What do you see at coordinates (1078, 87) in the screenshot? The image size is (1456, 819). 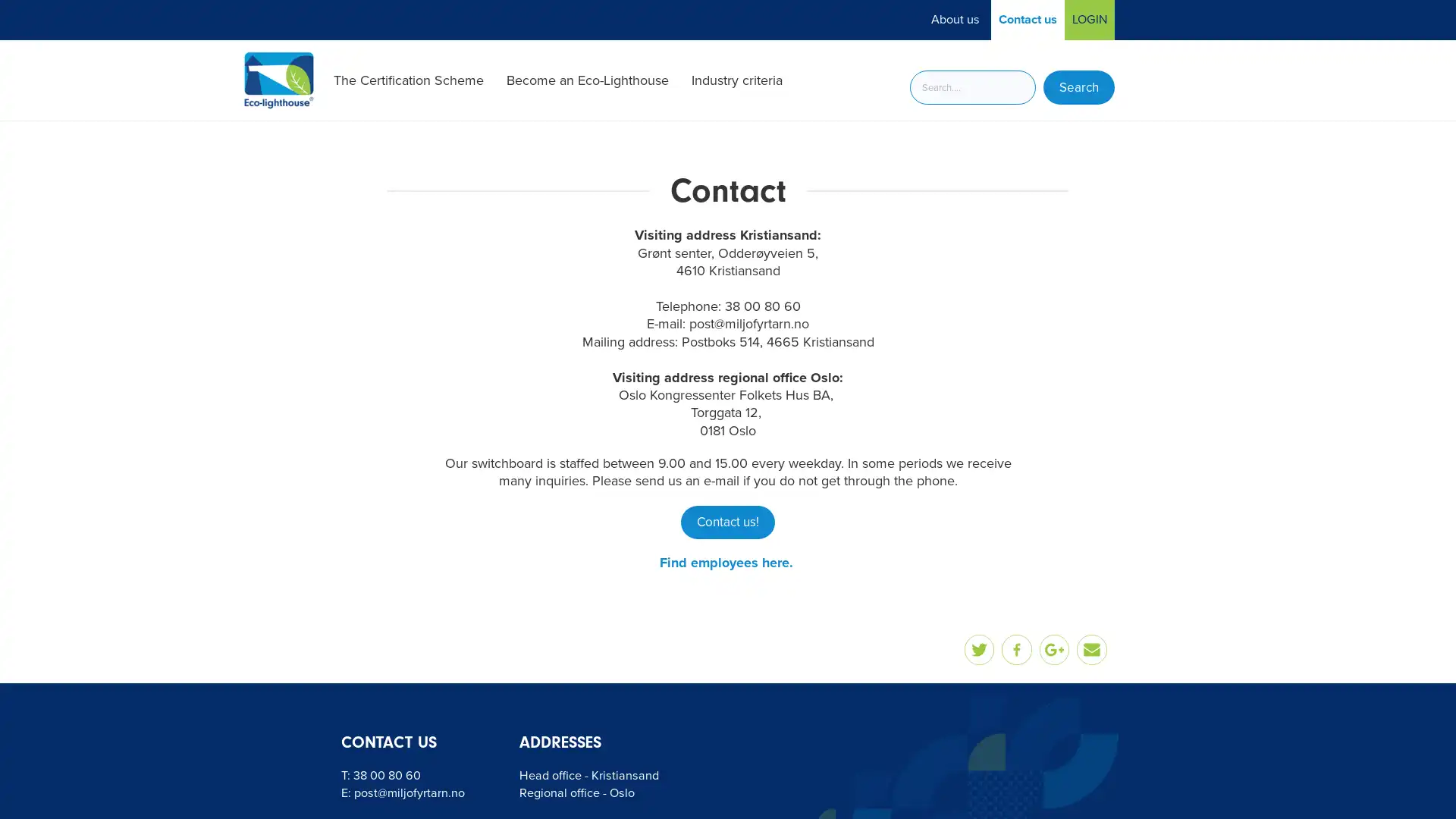 I see `Search` at bounding box center [1078, 87].